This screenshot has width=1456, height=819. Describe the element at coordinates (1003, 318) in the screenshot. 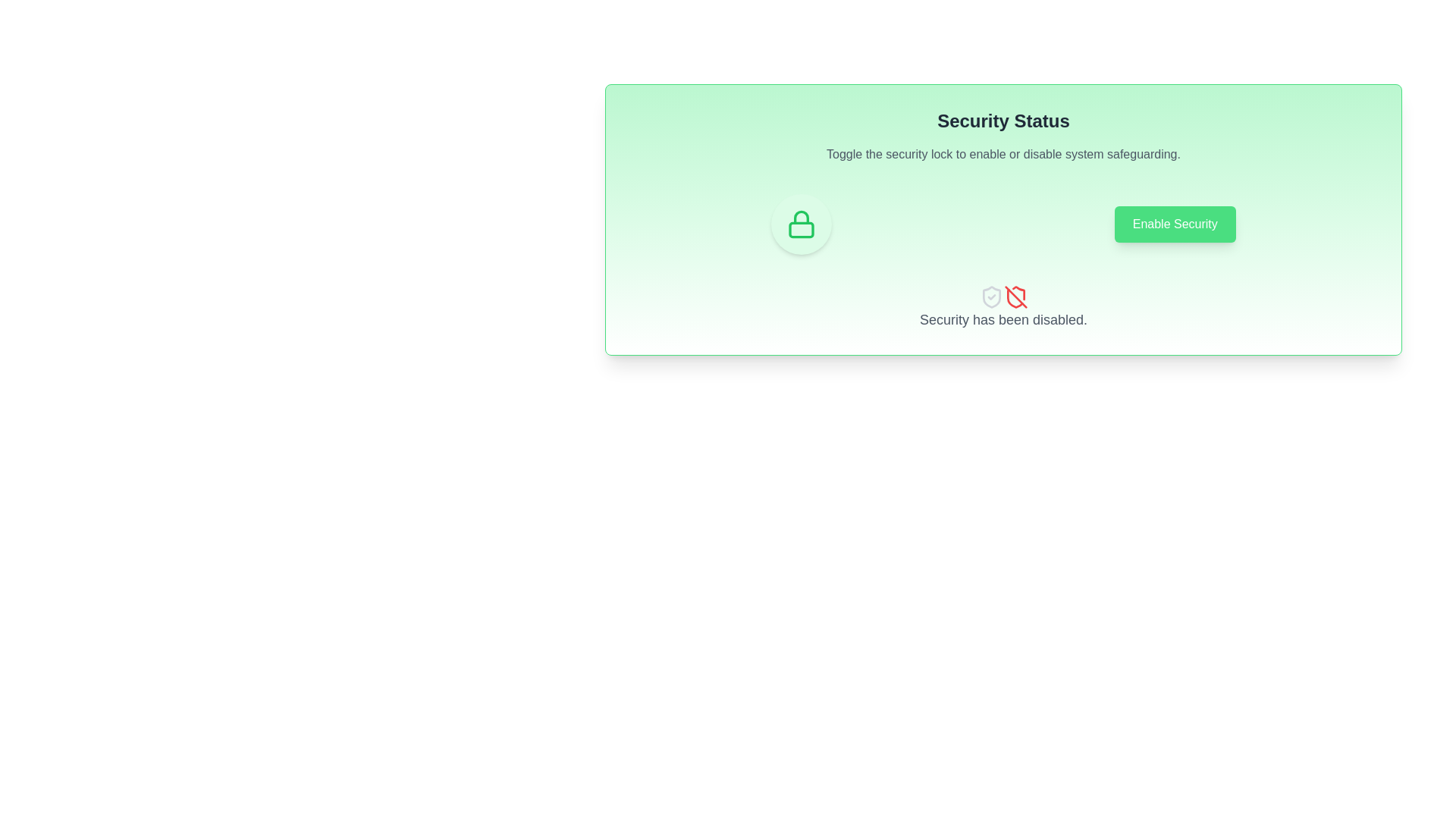

I see `the text element displaying 'Security has been disabled.' which is styled in gray and located beneath the security status icons` at that location.